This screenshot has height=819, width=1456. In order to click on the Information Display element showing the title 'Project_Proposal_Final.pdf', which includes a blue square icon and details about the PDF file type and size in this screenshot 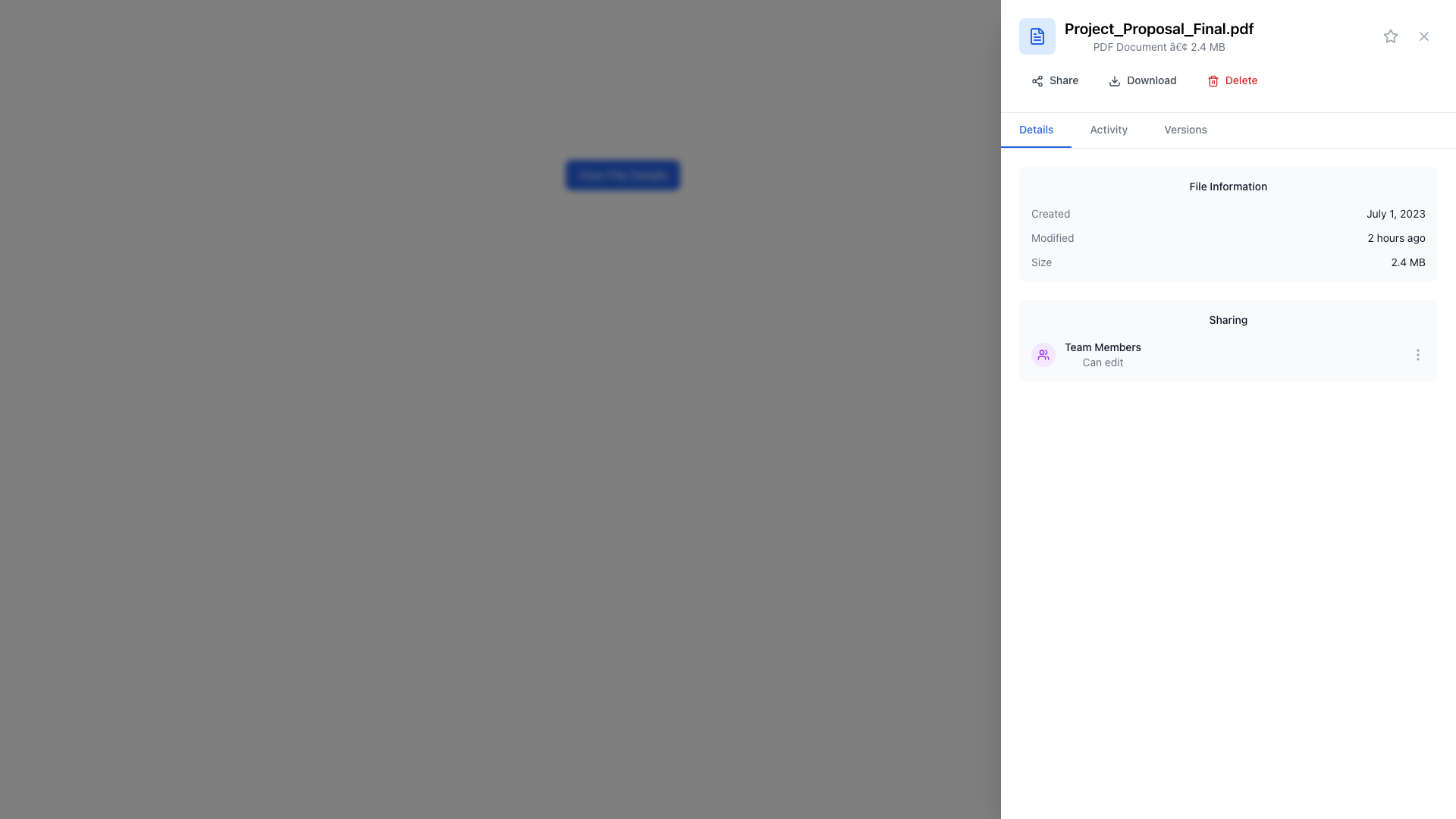, I will do `click(1228, 35)`.